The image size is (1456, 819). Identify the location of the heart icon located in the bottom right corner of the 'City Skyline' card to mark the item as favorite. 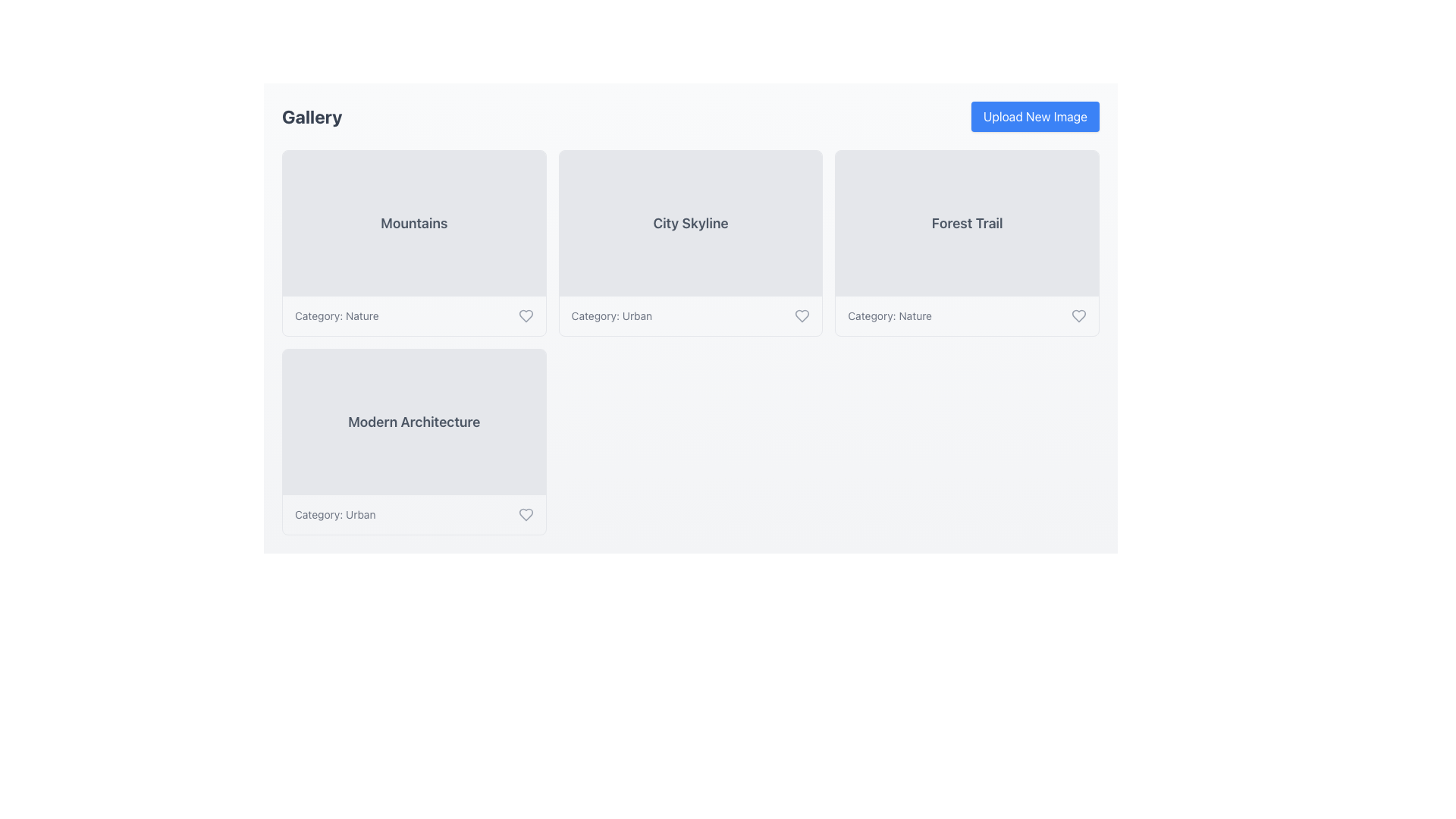
(801, 315).